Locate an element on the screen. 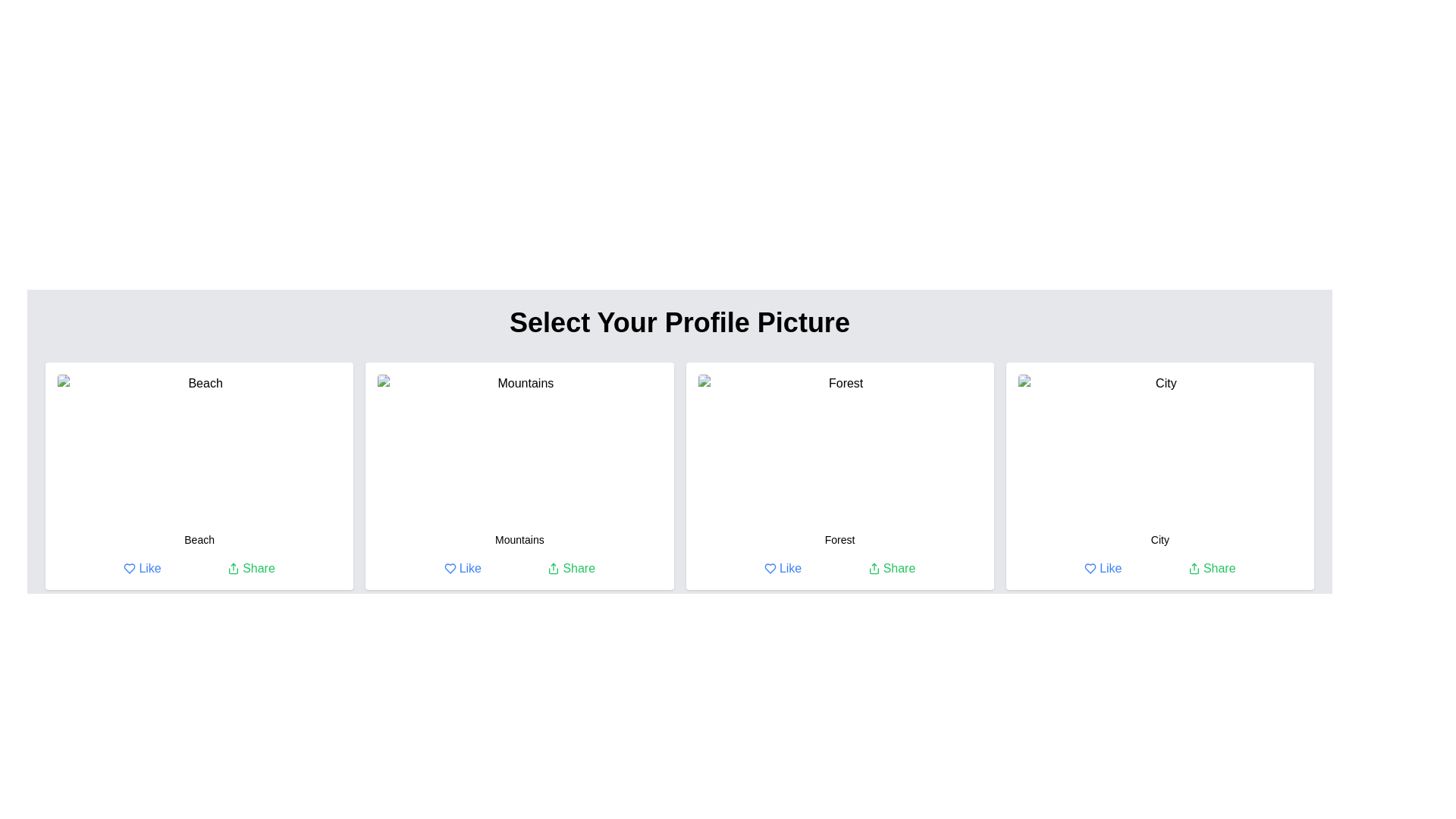 The image size is (1456, 819). the 'Share' button located in the interactive control group at the bottom of the 'Beach' card to share the item is located at coordinates (199, 568).